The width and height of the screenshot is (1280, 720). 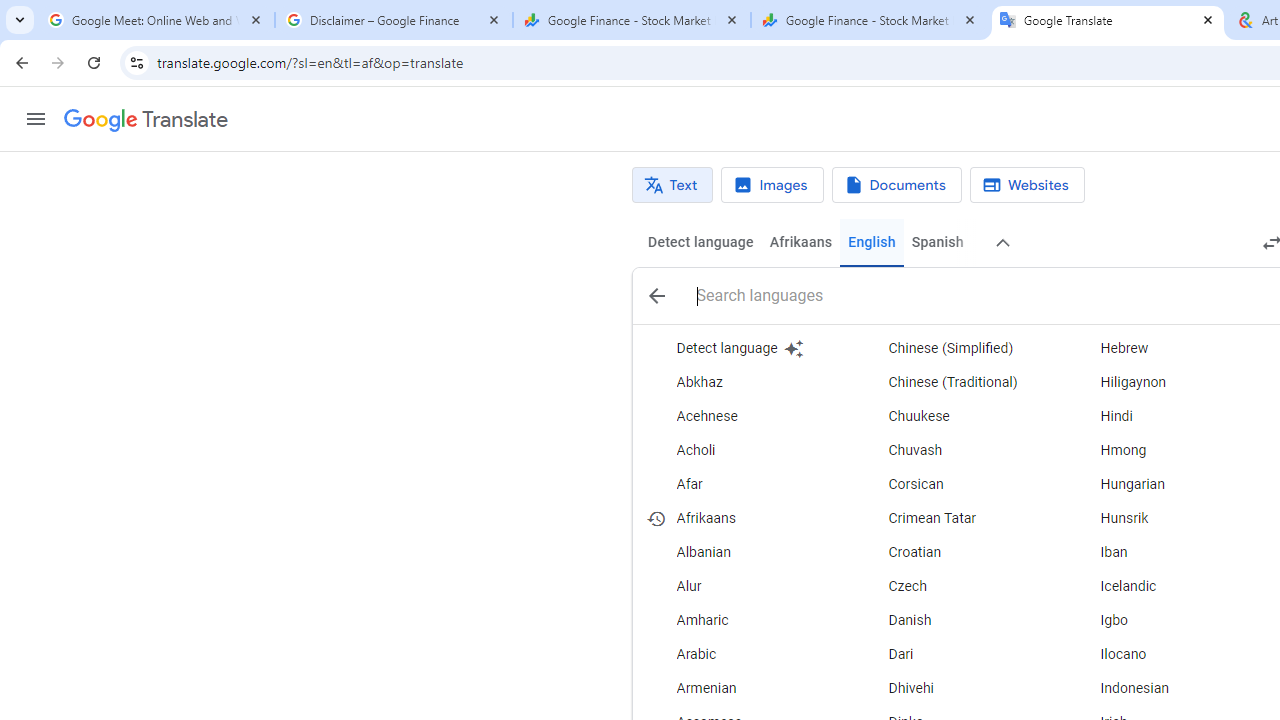 What do you see at coordinates (1169, 484) in the screenshot?
I see `'Hungarian'` at bounding box center [1169, 484].